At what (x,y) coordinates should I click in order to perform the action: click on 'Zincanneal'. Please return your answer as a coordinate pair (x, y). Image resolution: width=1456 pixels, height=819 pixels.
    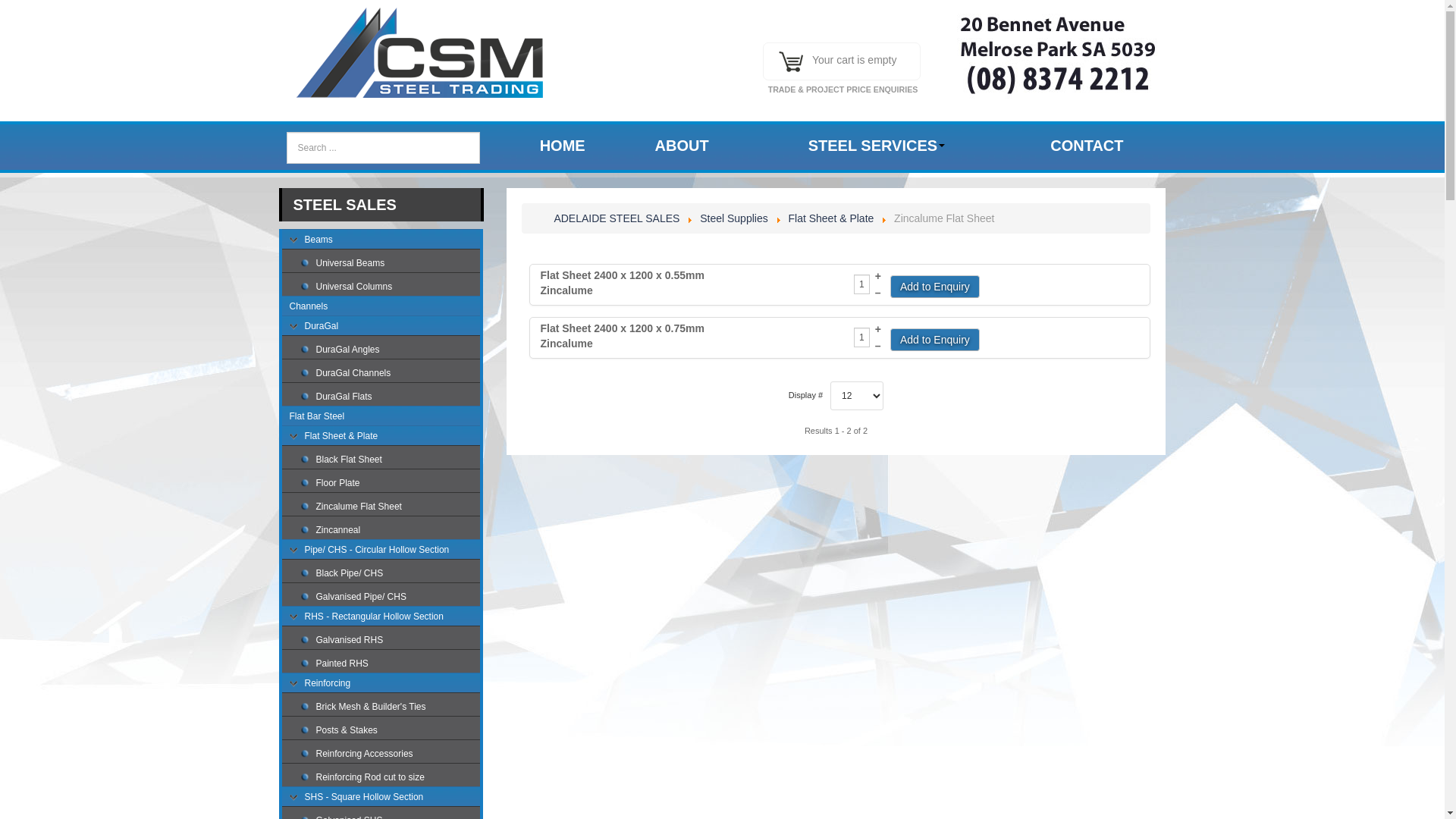
    Looking at the image, I should click on (390, 531).